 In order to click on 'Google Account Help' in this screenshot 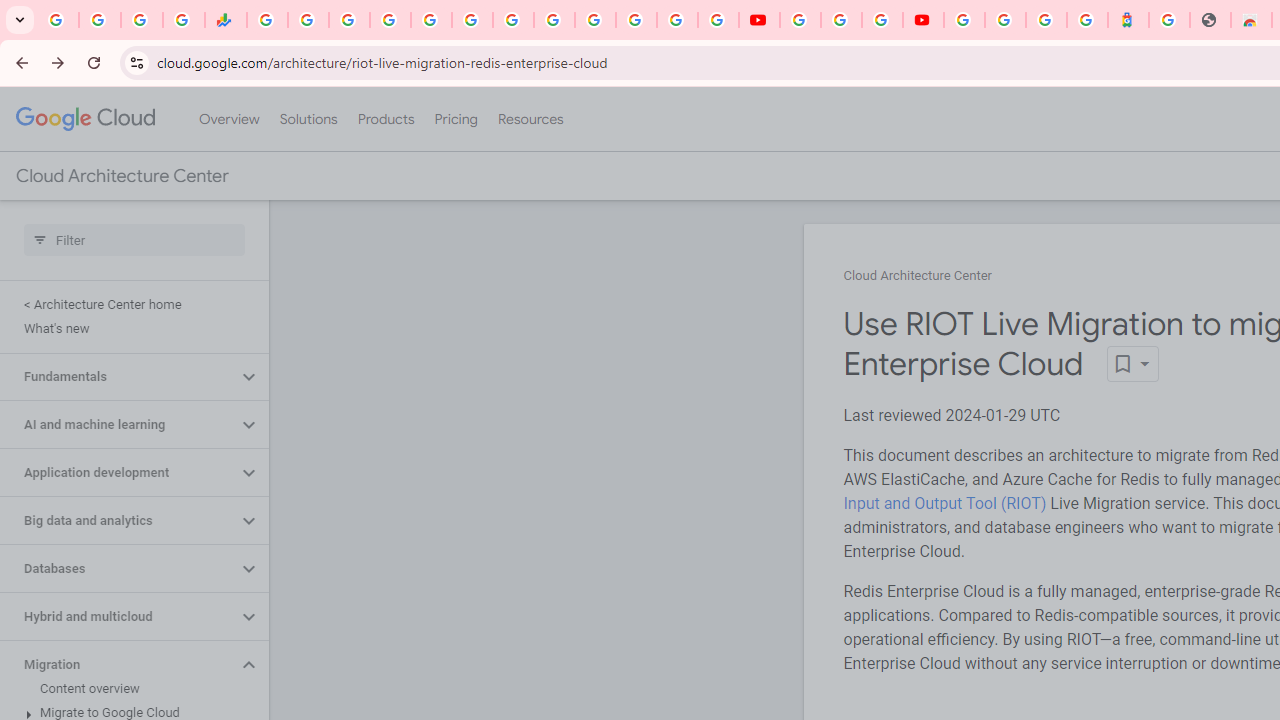, I will do `click(840, 20)`.